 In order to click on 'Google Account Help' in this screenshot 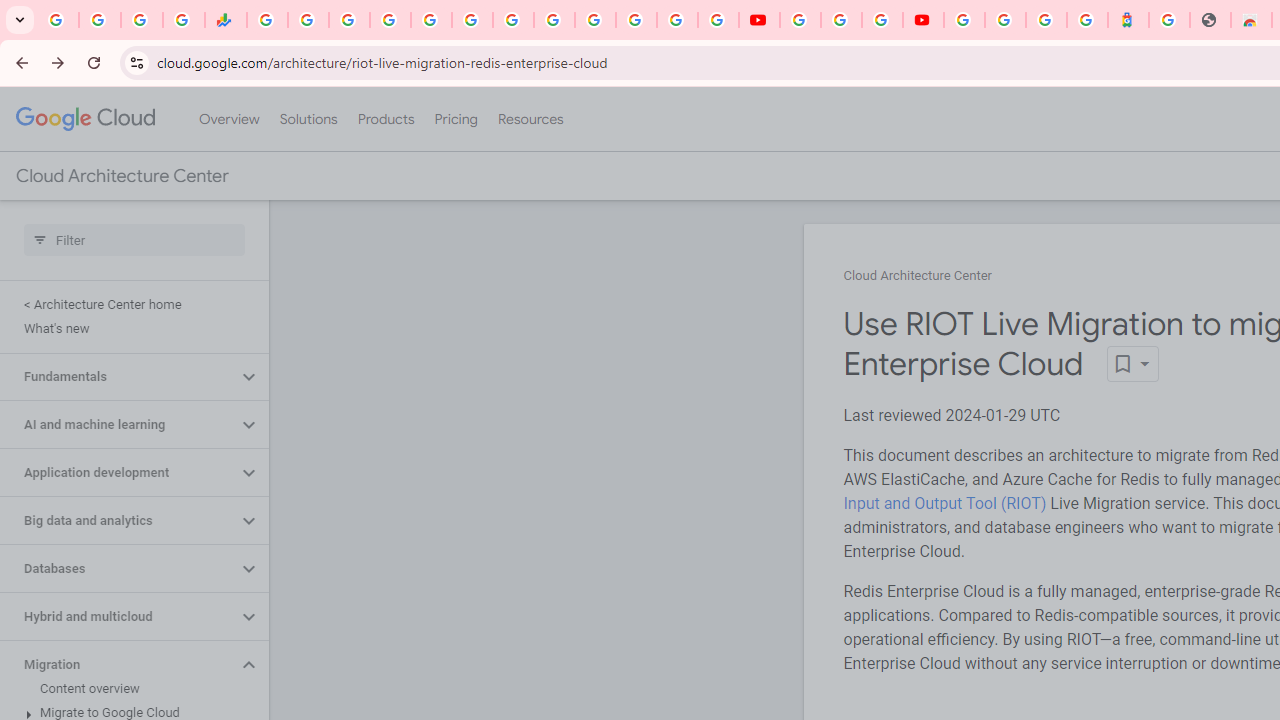, I will do `click(840, 20)`.